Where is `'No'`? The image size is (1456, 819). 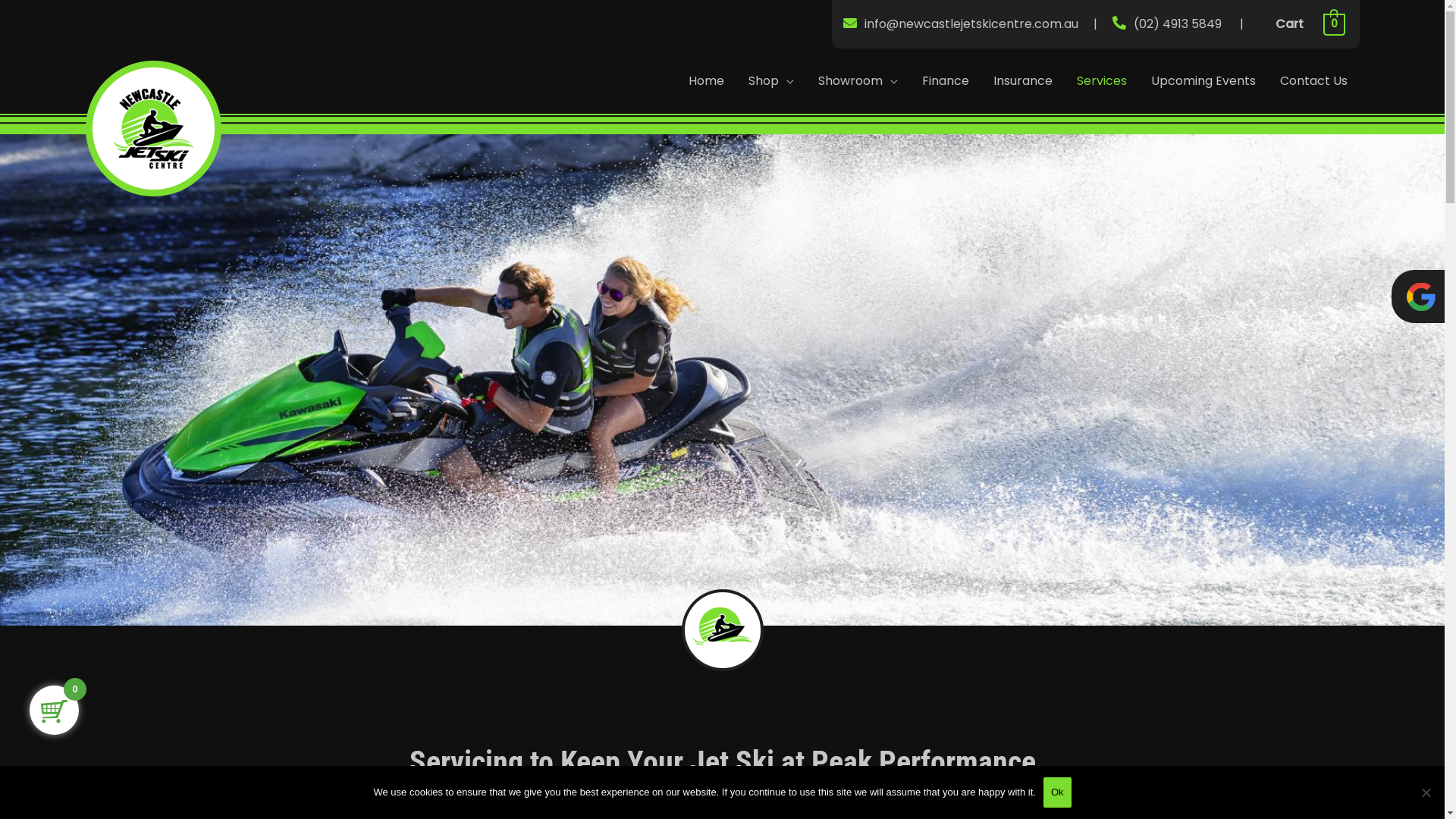
'No' is located at coordinates (1425, 792).